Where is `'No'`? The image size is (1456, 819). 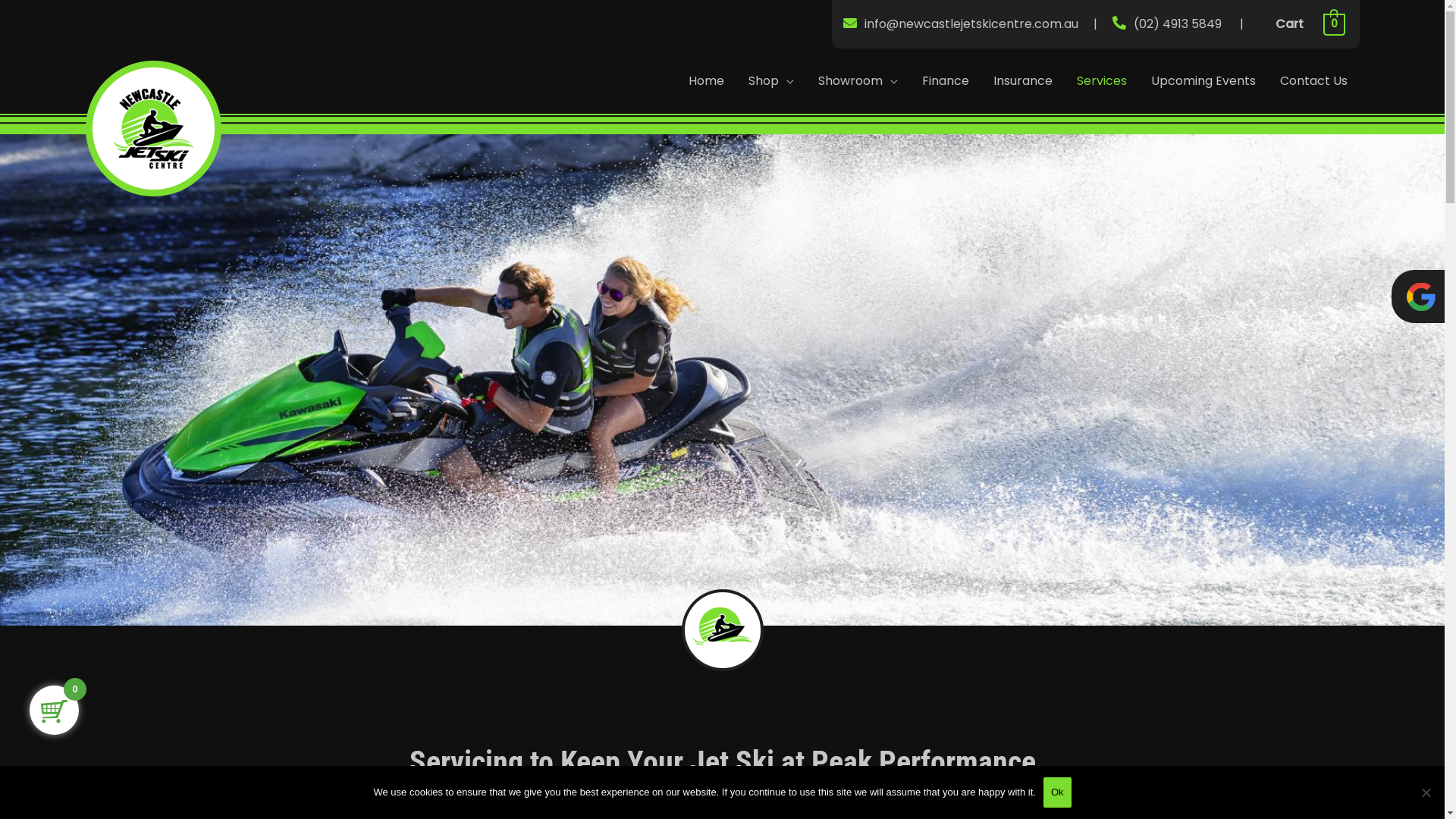
'No' is located at coordinates (1425, 792).